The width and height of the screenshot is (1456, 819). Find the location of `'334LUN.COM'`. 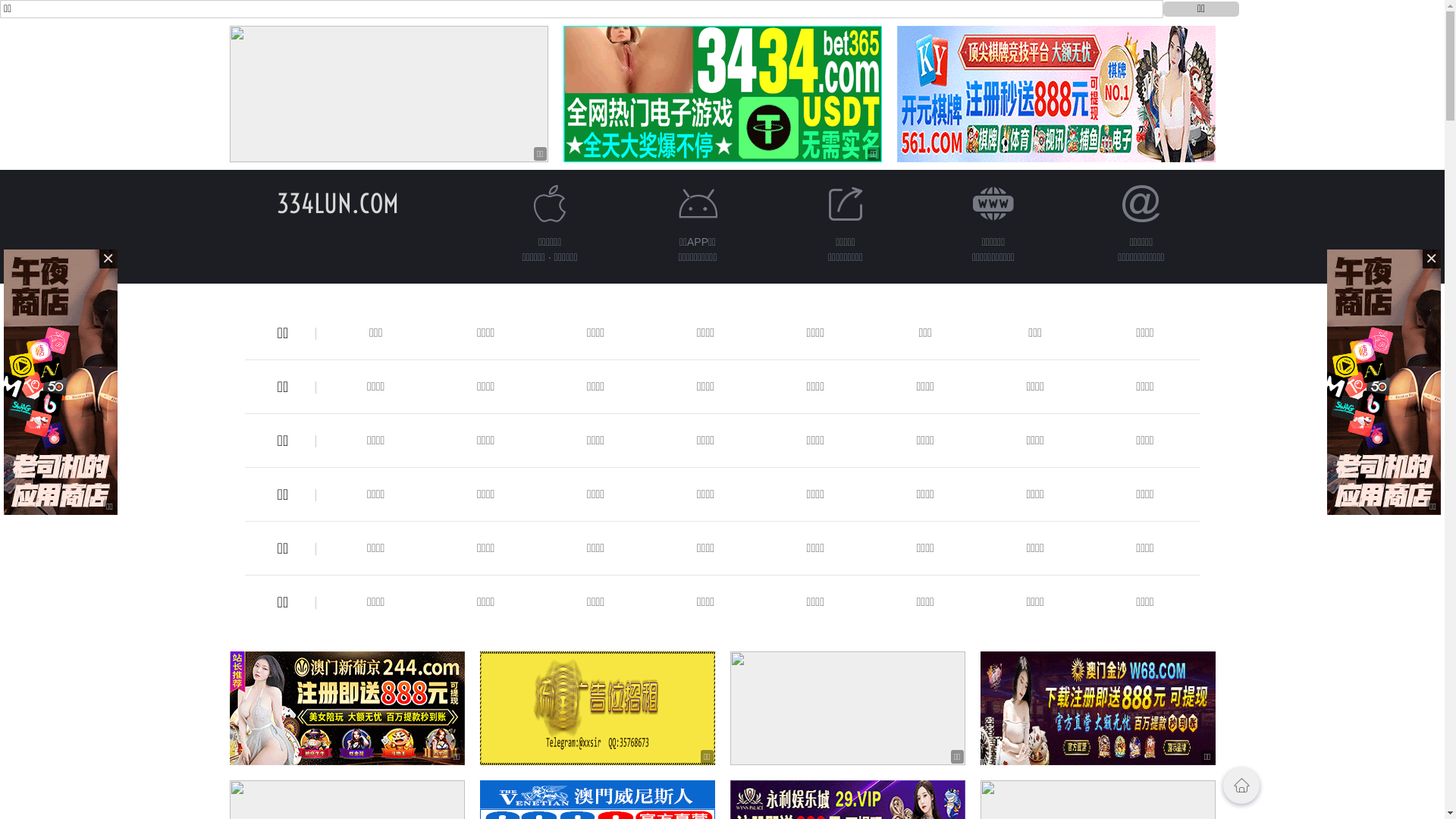

'334LUN.COM' is located at coordinates (337, 202).